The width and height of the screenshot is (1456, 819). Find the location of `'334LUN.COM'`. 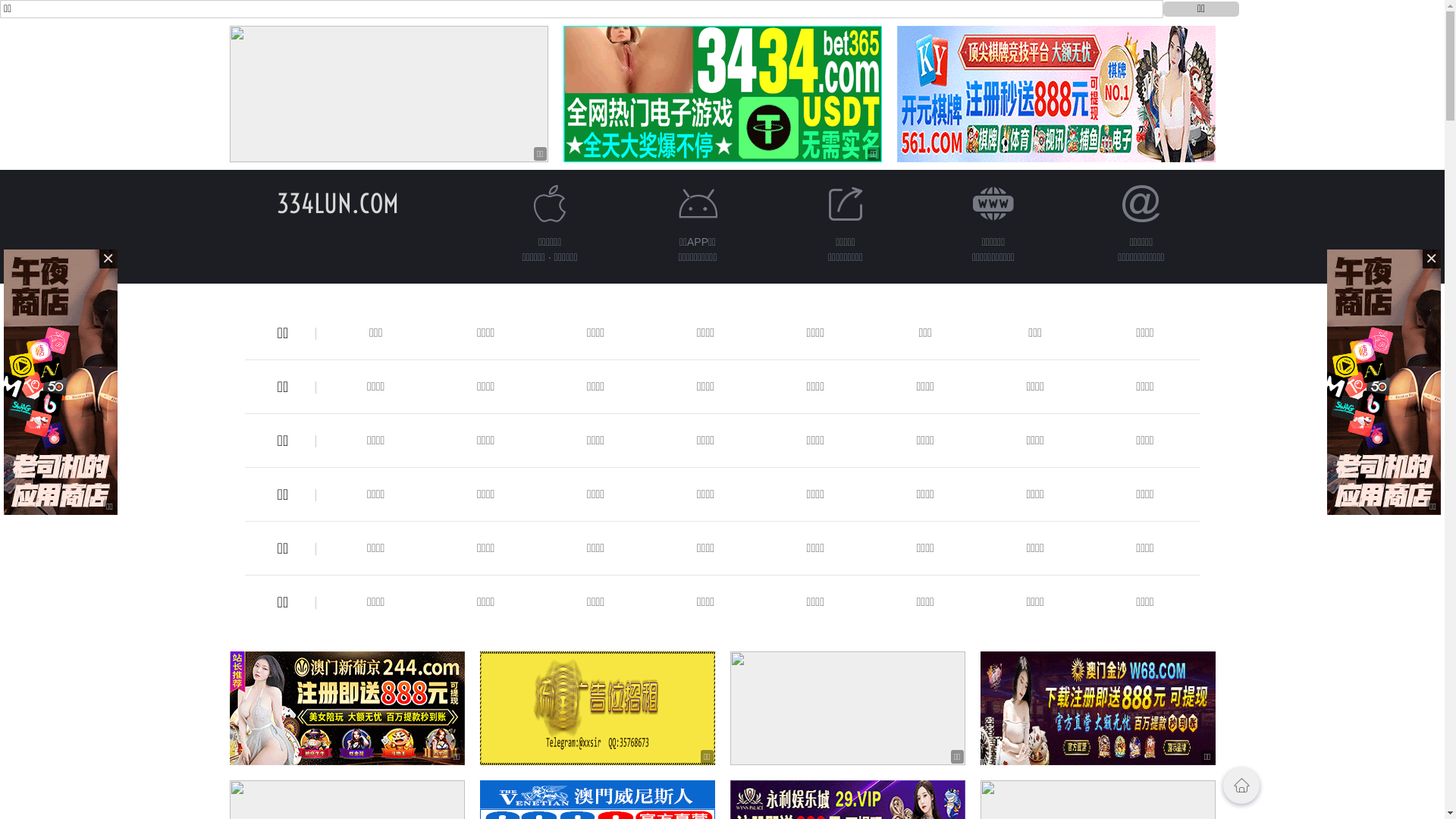

'334LUN.COM' is located at coordinates (337, 202).